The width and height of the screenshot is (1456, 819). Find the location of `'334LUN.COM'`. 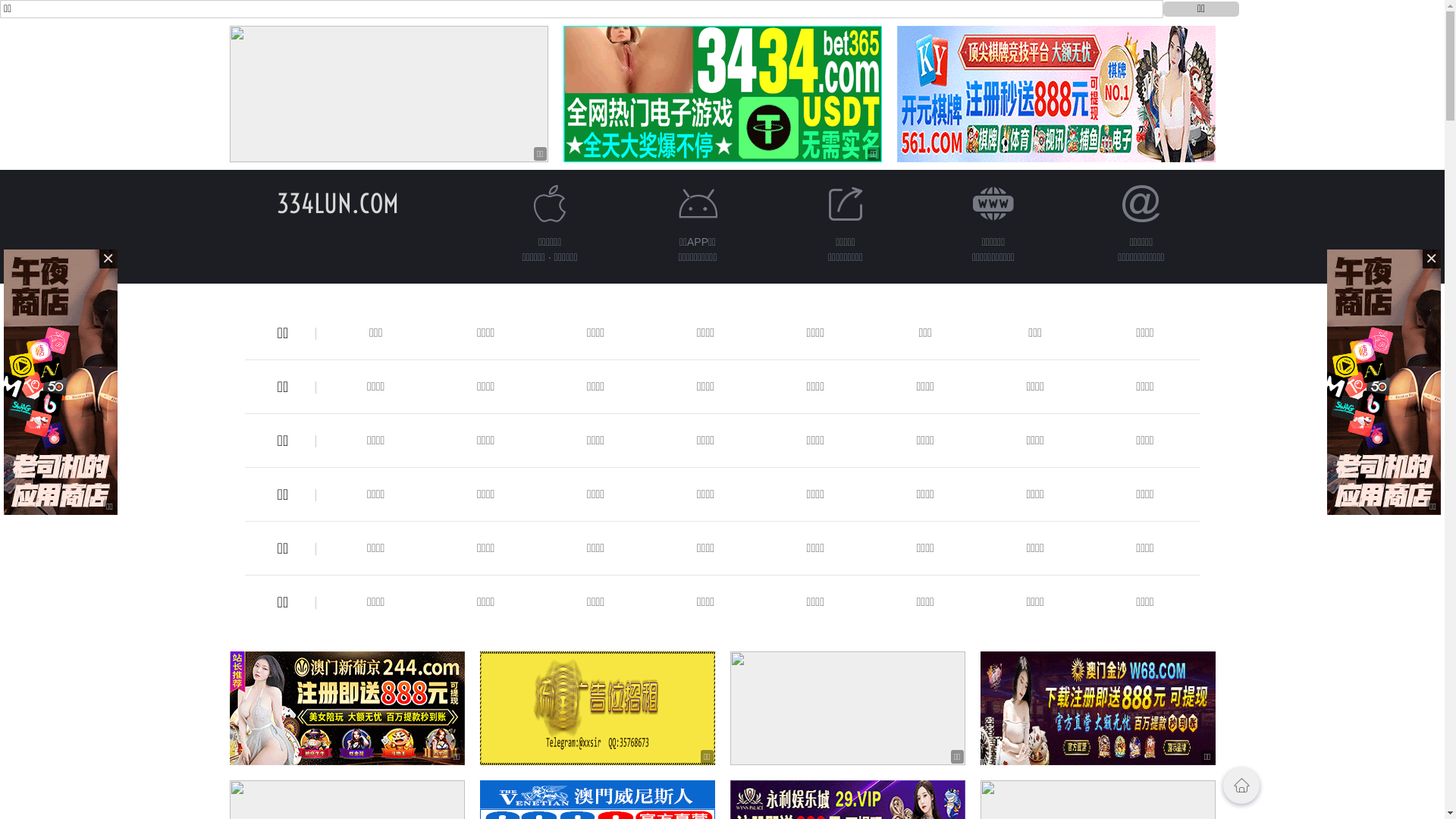

'334LUN.COM' is located at coordinates (337, 202).